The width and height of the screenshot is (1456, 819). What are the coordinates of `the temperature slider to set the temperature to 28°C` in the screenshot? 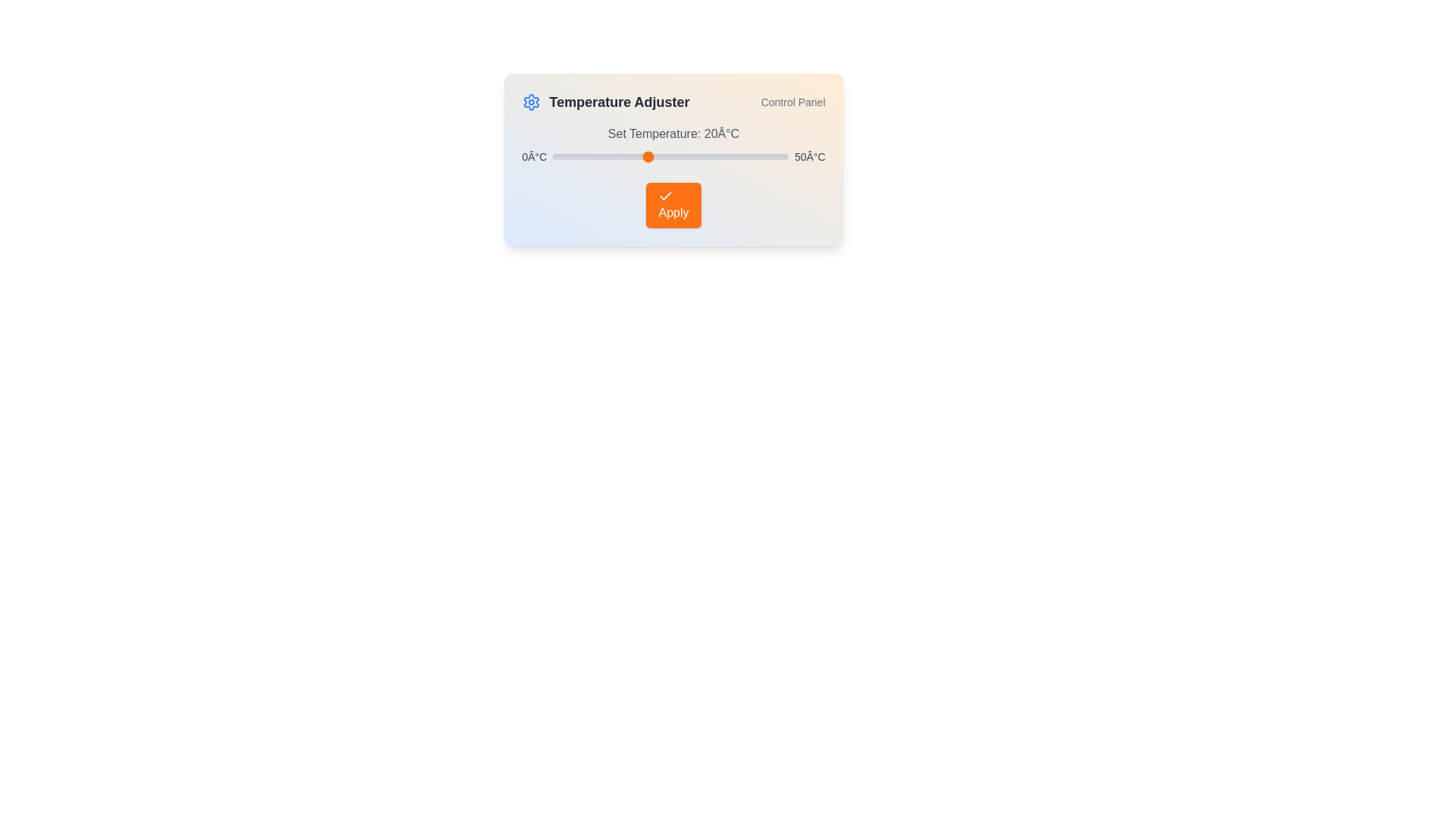 It's located at (684, 157).